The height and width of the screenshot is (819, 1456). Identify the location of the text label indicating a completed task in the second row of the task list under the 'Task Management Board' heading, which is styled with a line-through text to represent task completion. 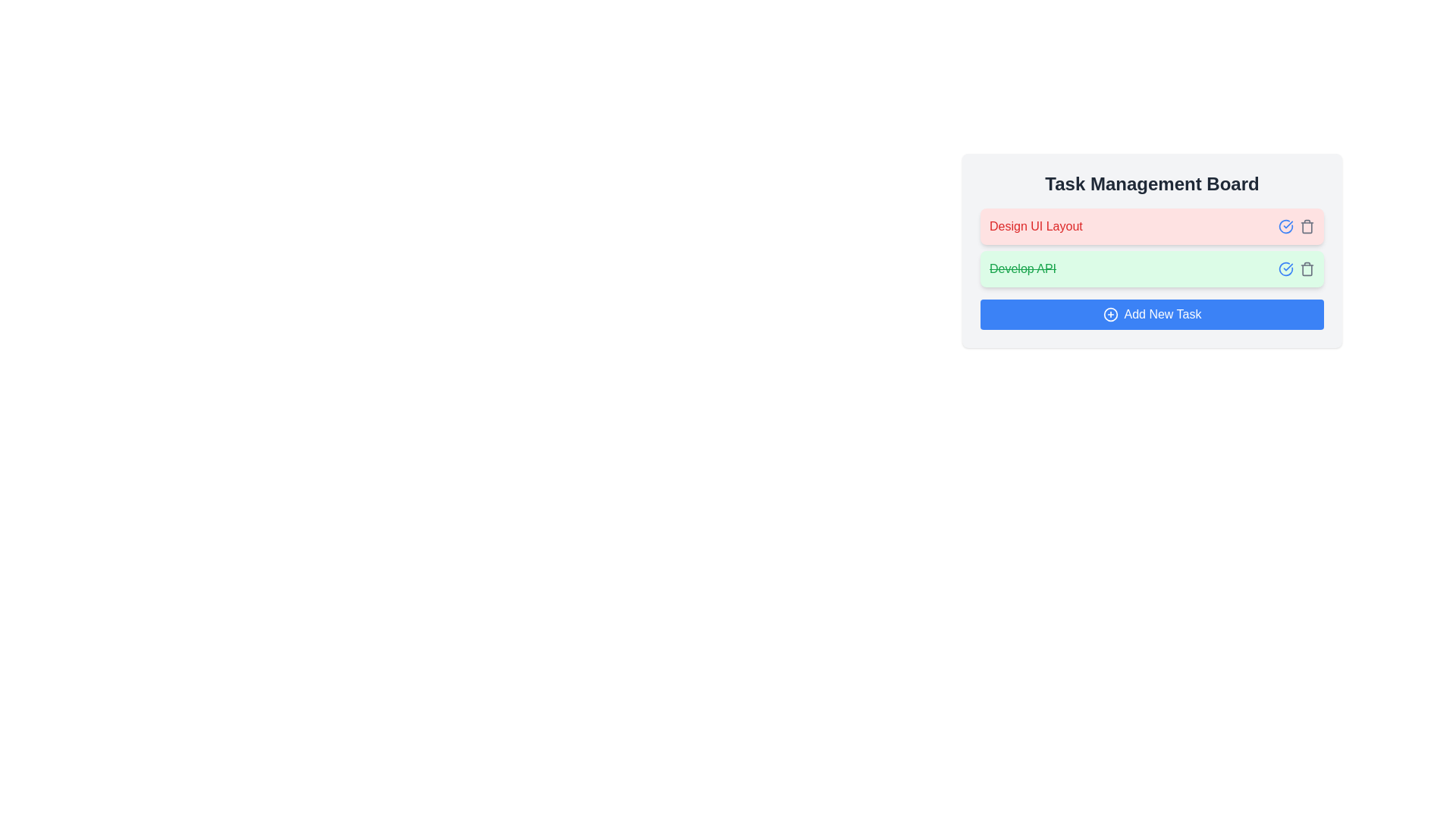
(1022, 268).